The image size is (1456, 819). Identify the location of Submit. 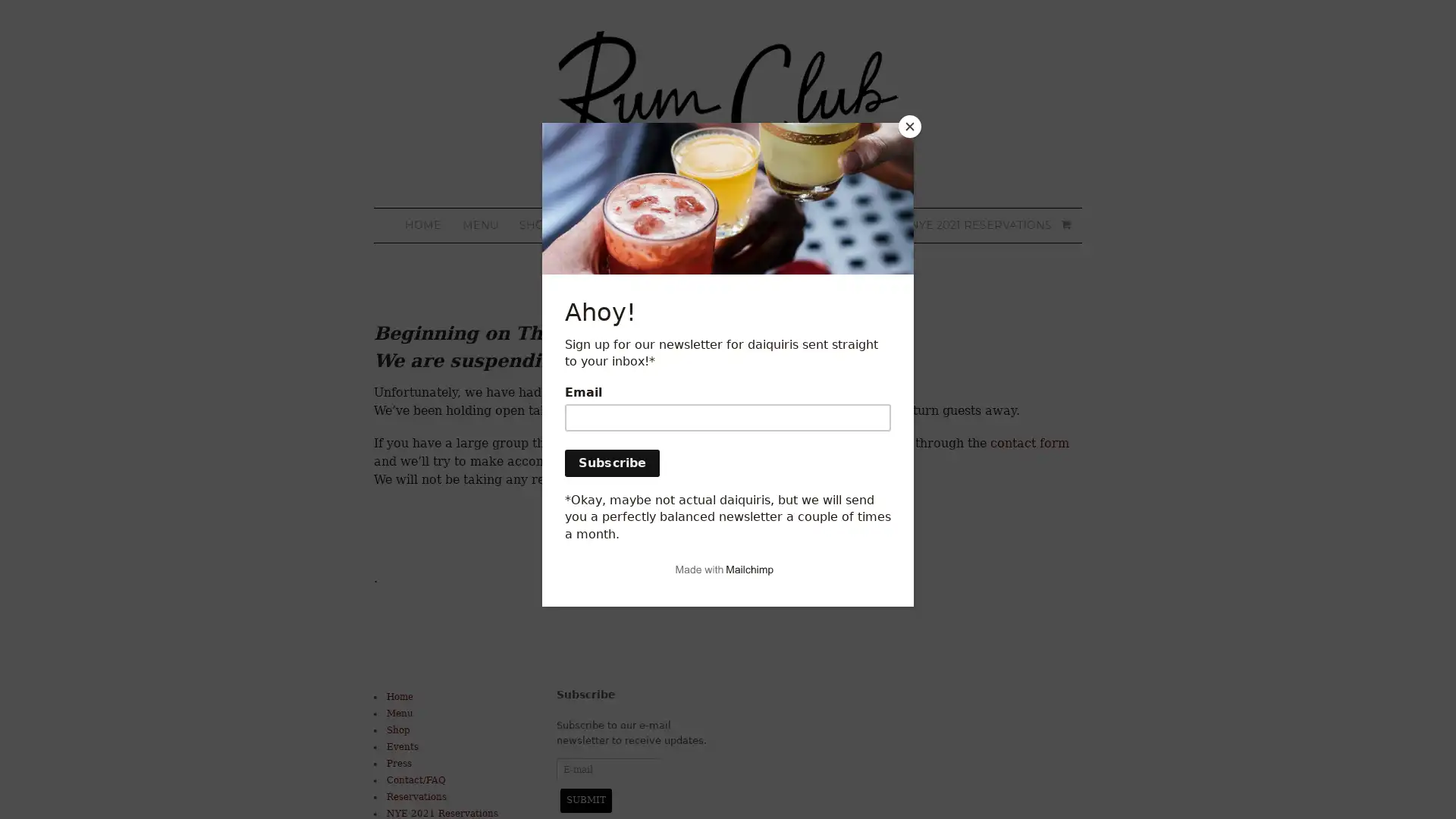
(581, 799).